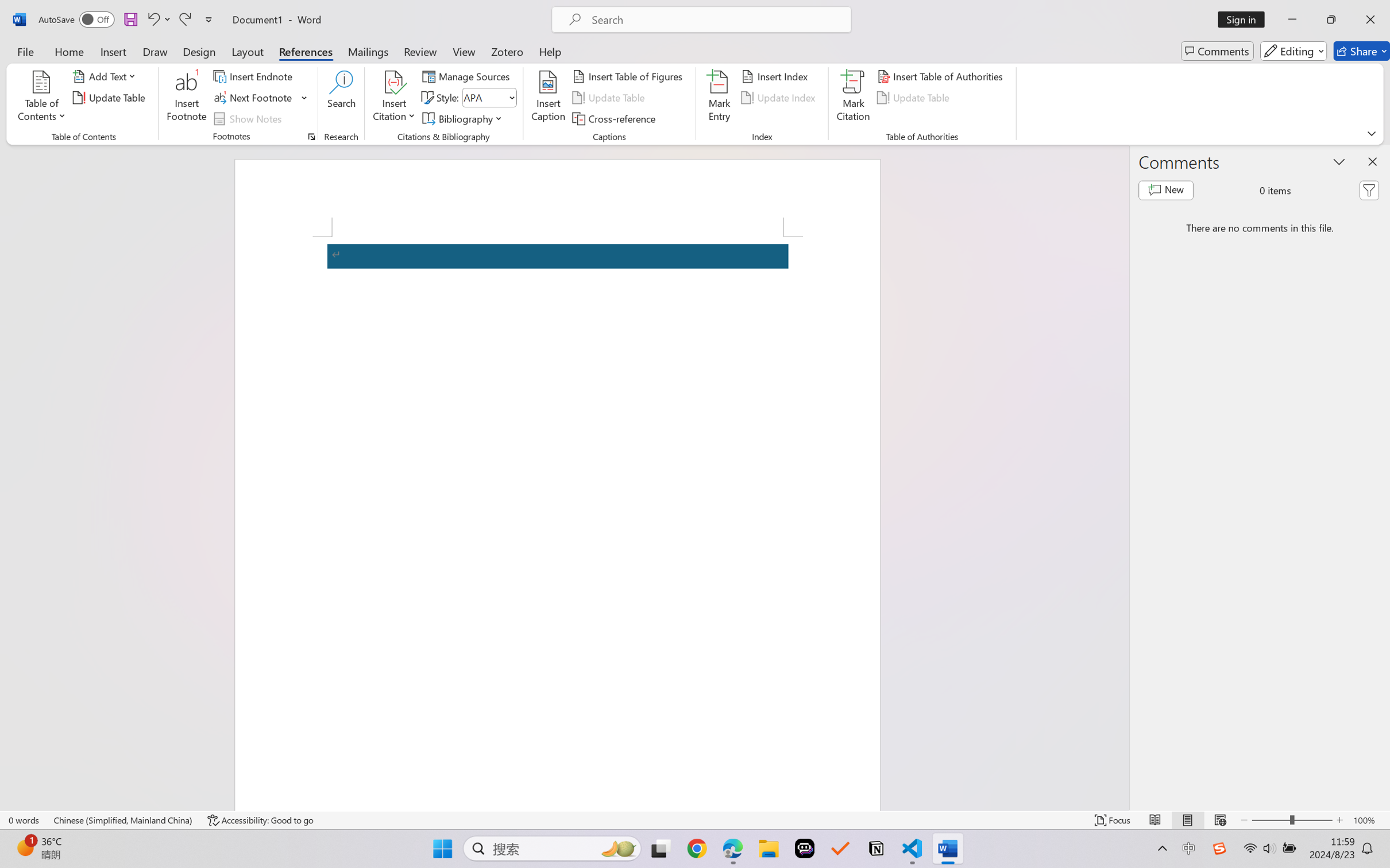 The height and width of the screenshot is (868, 1390). Describe the element at coordinates (489, 98) in the screenshot. I see `'Style'` at that location.